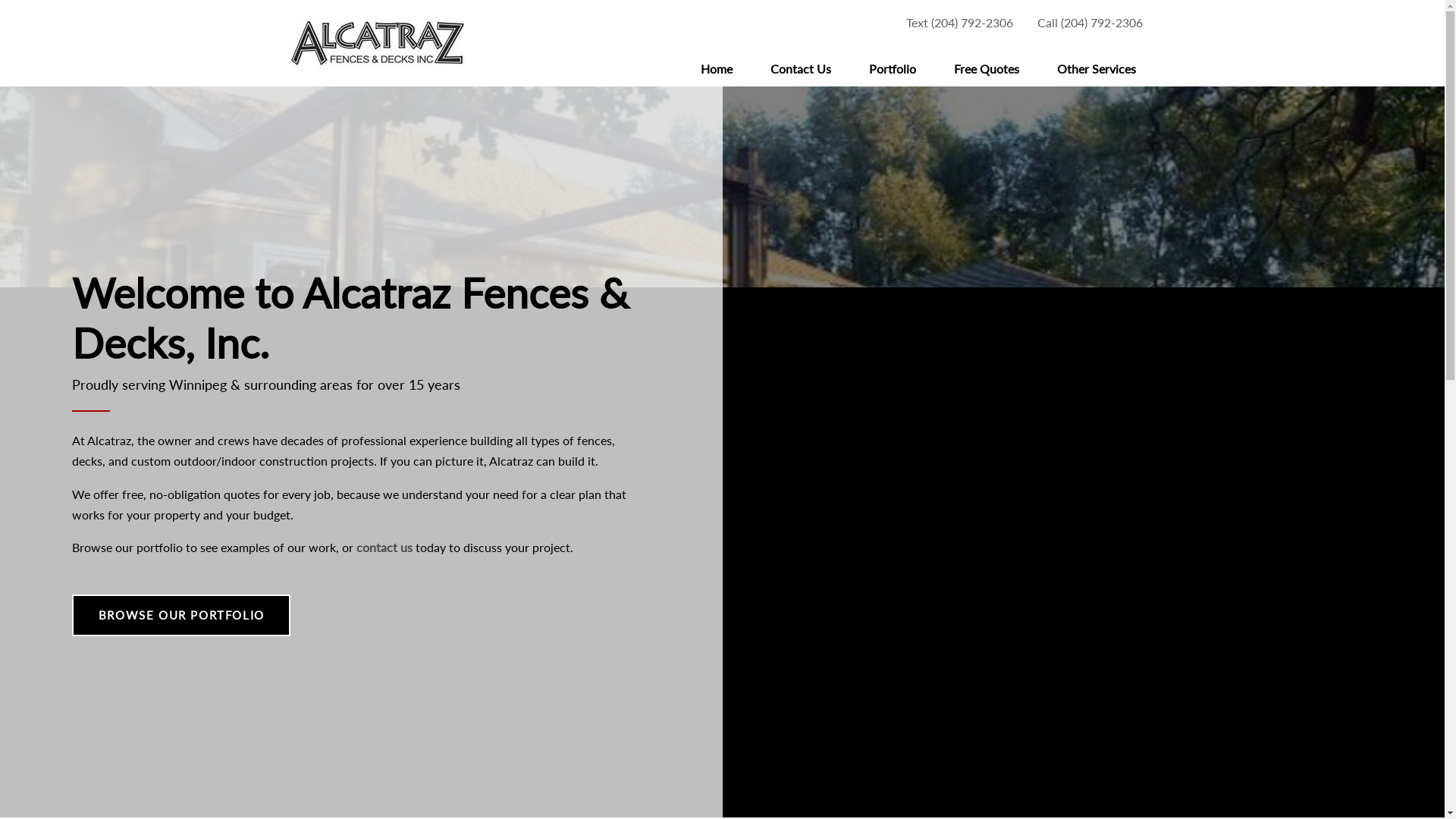 The height and width of the screenshot is (819, 1456). Describe the element at coordinates (377, 42) in the screenshot. I see `'Skip to the home page'` at that location.